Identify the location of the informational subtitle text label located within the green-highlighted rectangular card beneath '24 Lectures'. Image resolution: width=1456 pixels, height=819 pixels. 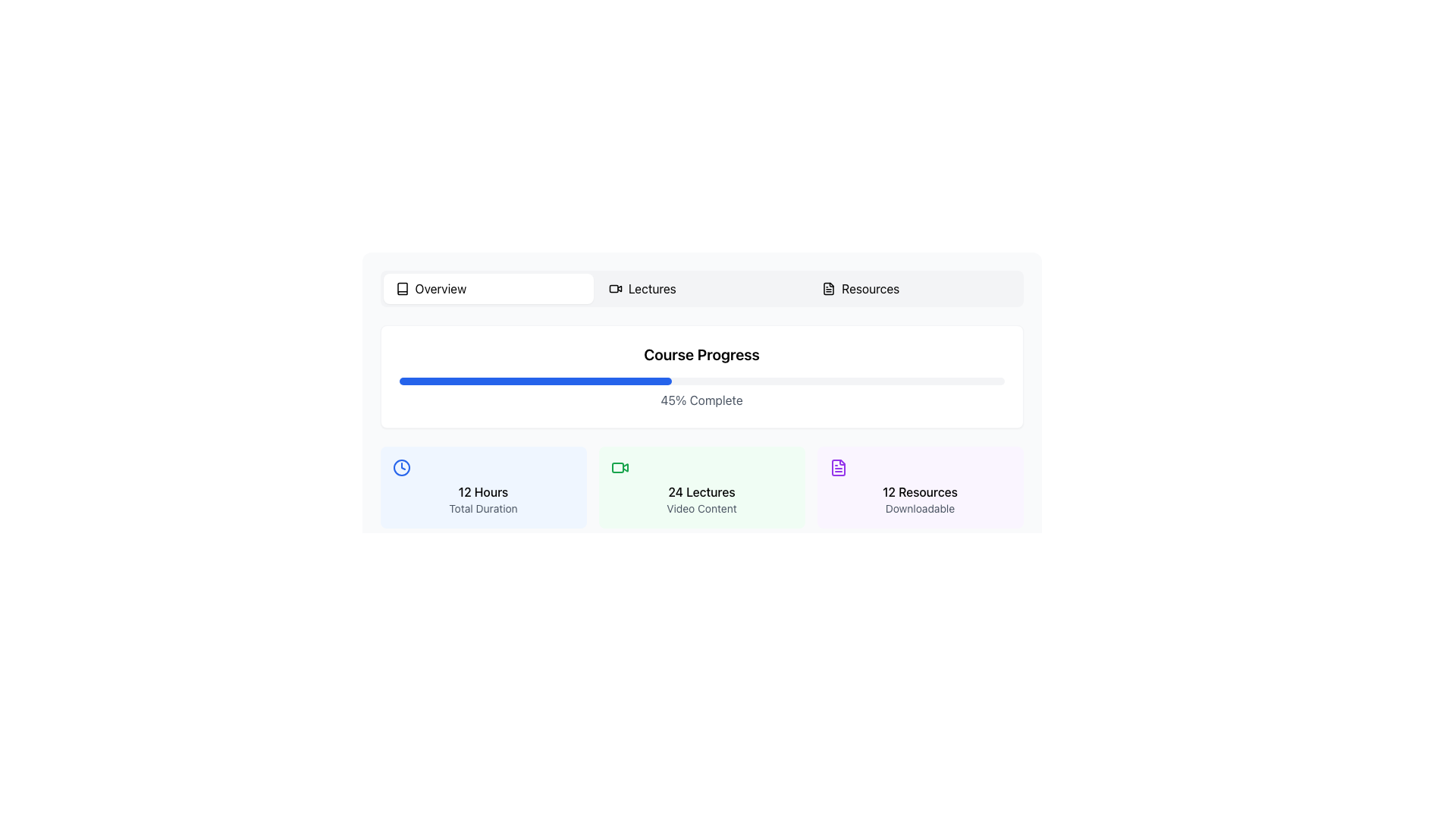
(701, 509).